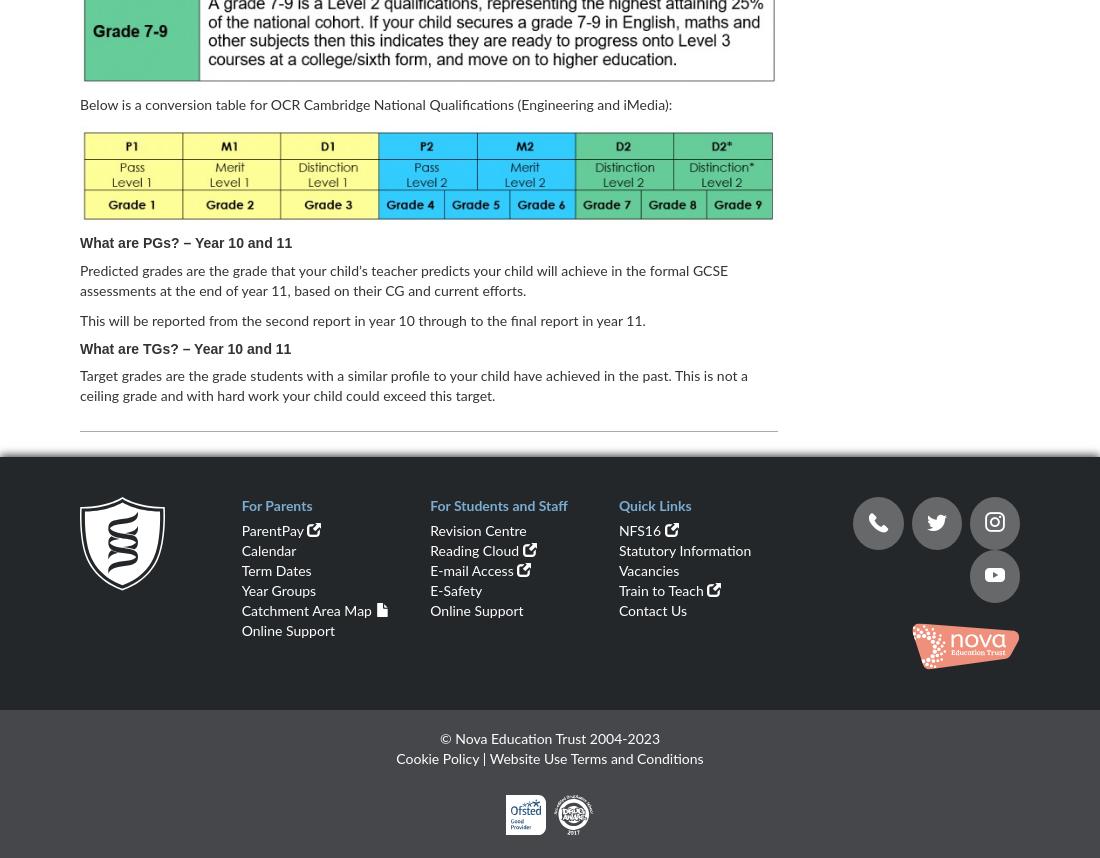  I want to click on '|', so click(484, 759).